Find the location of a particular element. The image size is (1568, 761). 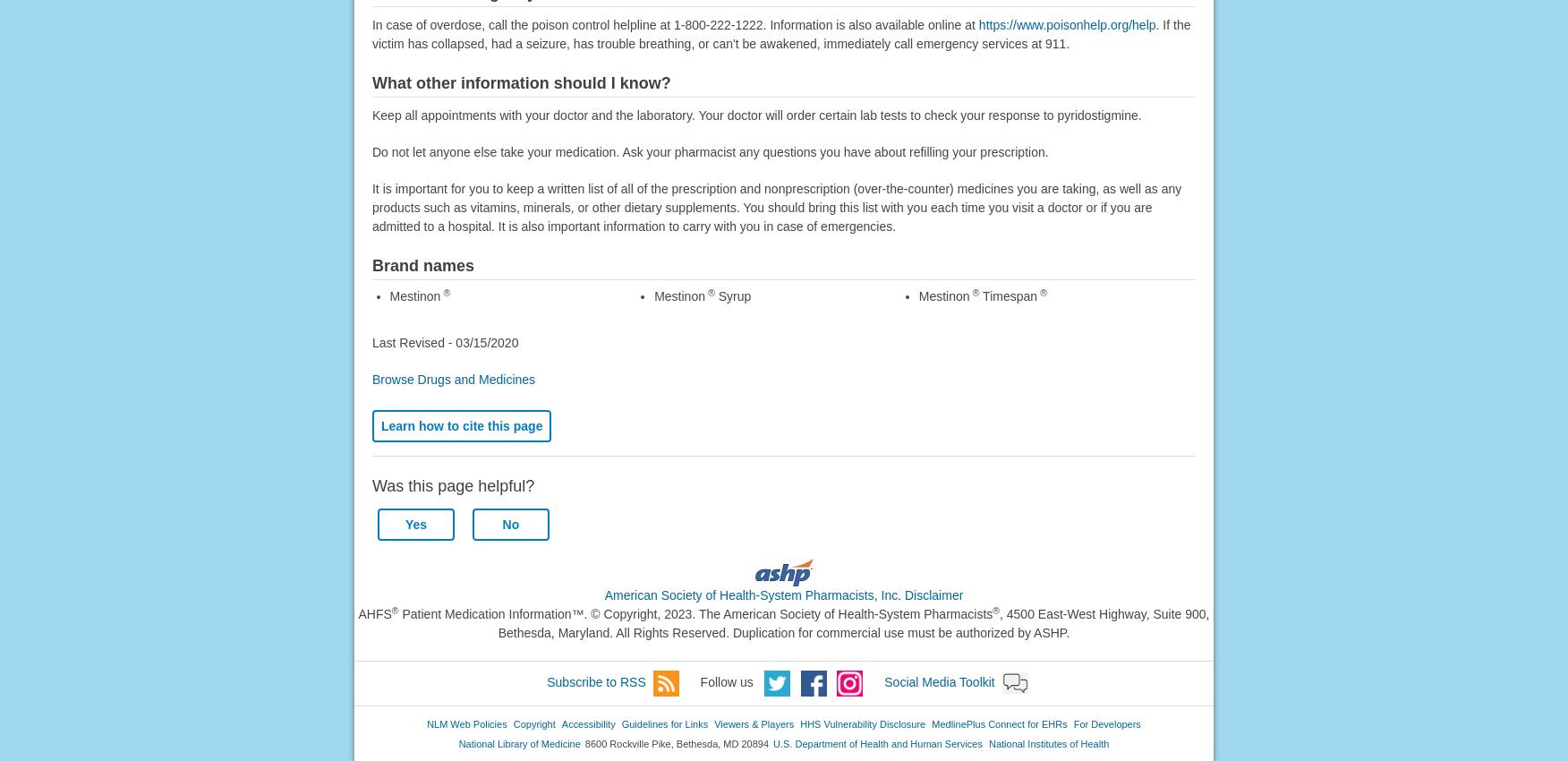

'AHFS' is located at coordinates (373, 612).